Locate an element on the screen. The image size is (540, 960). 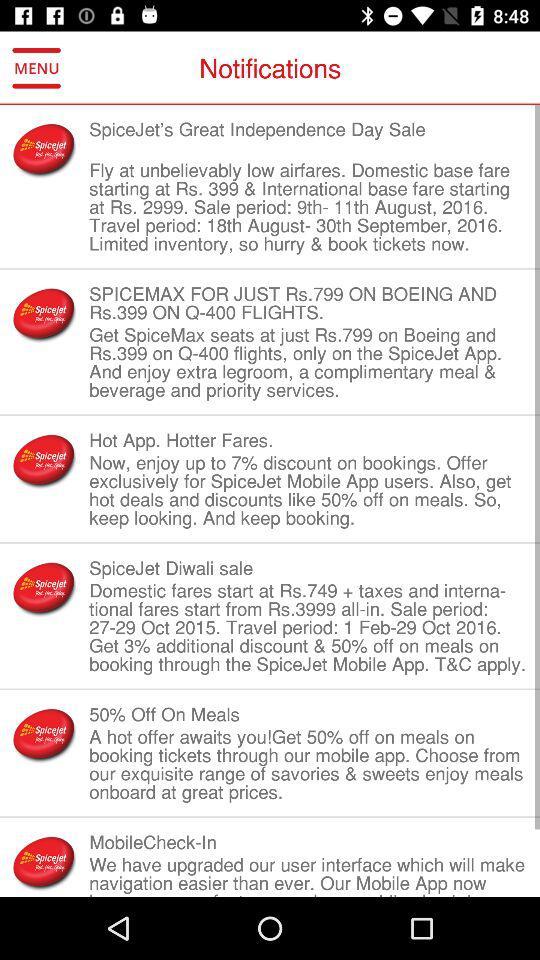
the spicejet diwali sale is located at coordinates (308, 568).